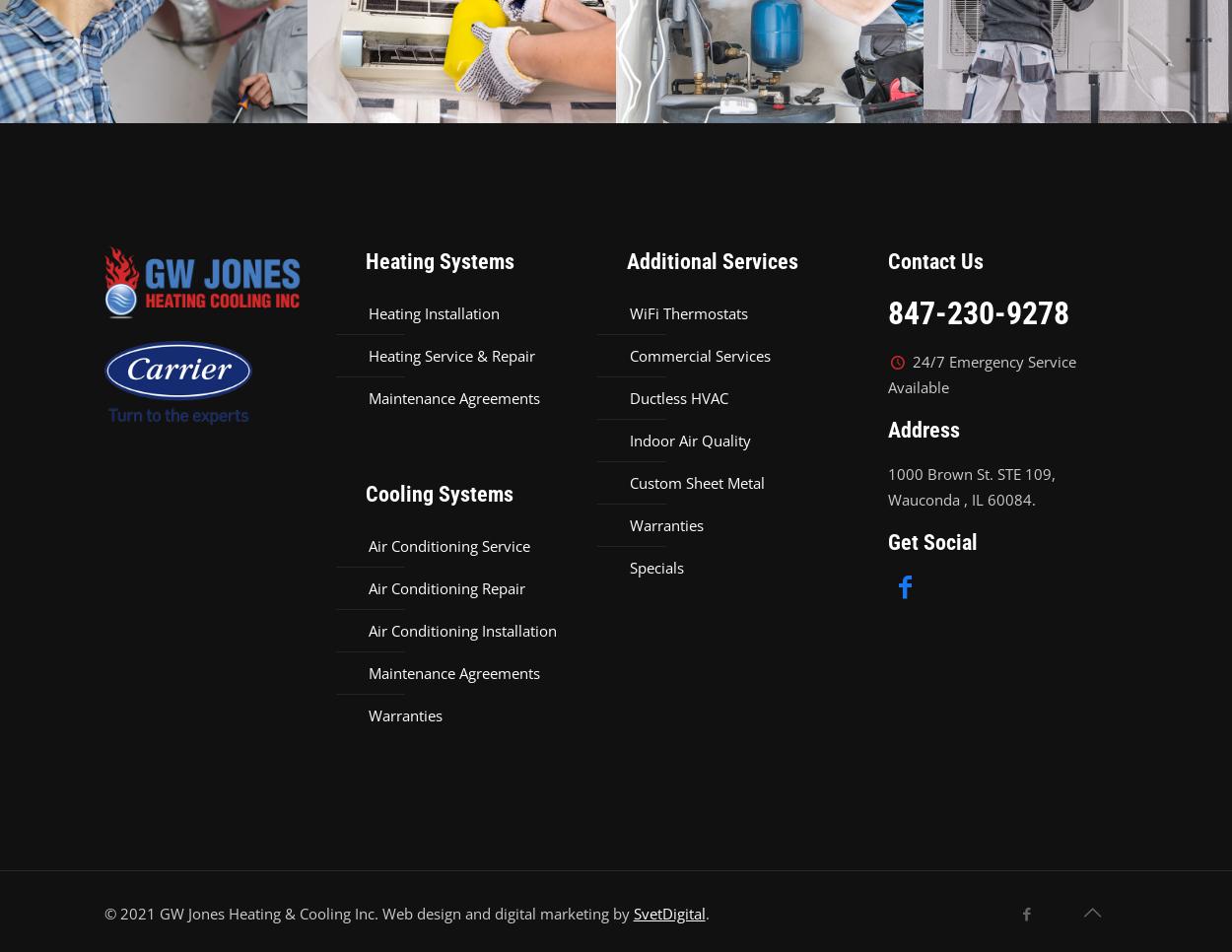  Describe the element at coordinates (447, 545) in the screenshot. I see `'Air Conditioning Service'` at that location.